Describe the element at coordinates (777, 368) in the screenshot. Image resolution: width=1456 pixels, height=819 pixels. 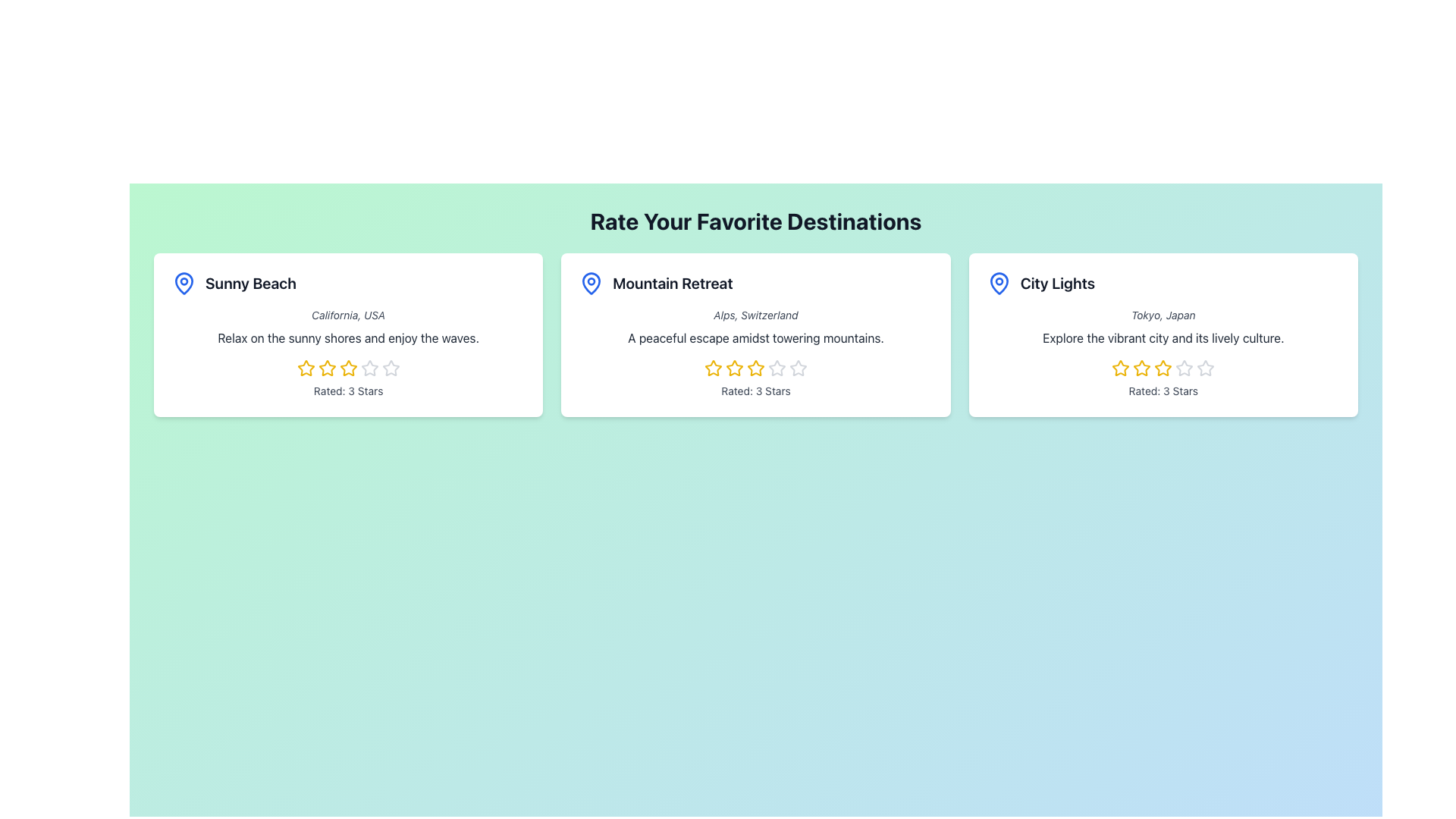
I see `the interactive star icon for a 3-star rating located under the title 'Mountain Retreat' in the third position of a group of five stars` at that location.